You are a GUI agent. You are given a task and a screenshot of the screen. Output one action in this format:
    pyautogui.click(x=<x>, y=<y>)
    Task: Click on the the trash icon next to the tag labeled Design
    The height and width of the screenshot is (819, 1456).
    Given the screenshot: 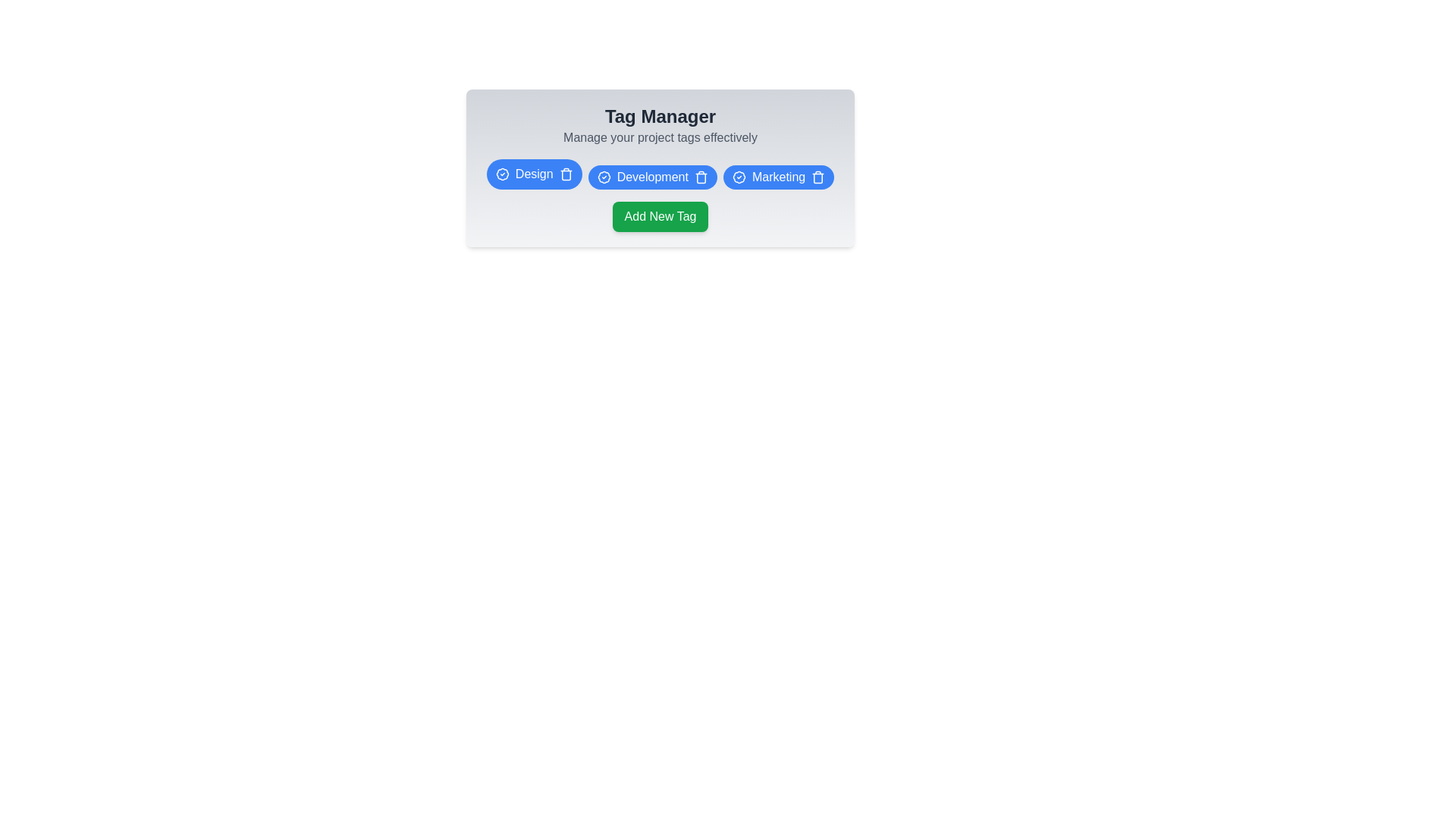 What is the action you would take?
    pyautogui.click(x=565, y=174)
    